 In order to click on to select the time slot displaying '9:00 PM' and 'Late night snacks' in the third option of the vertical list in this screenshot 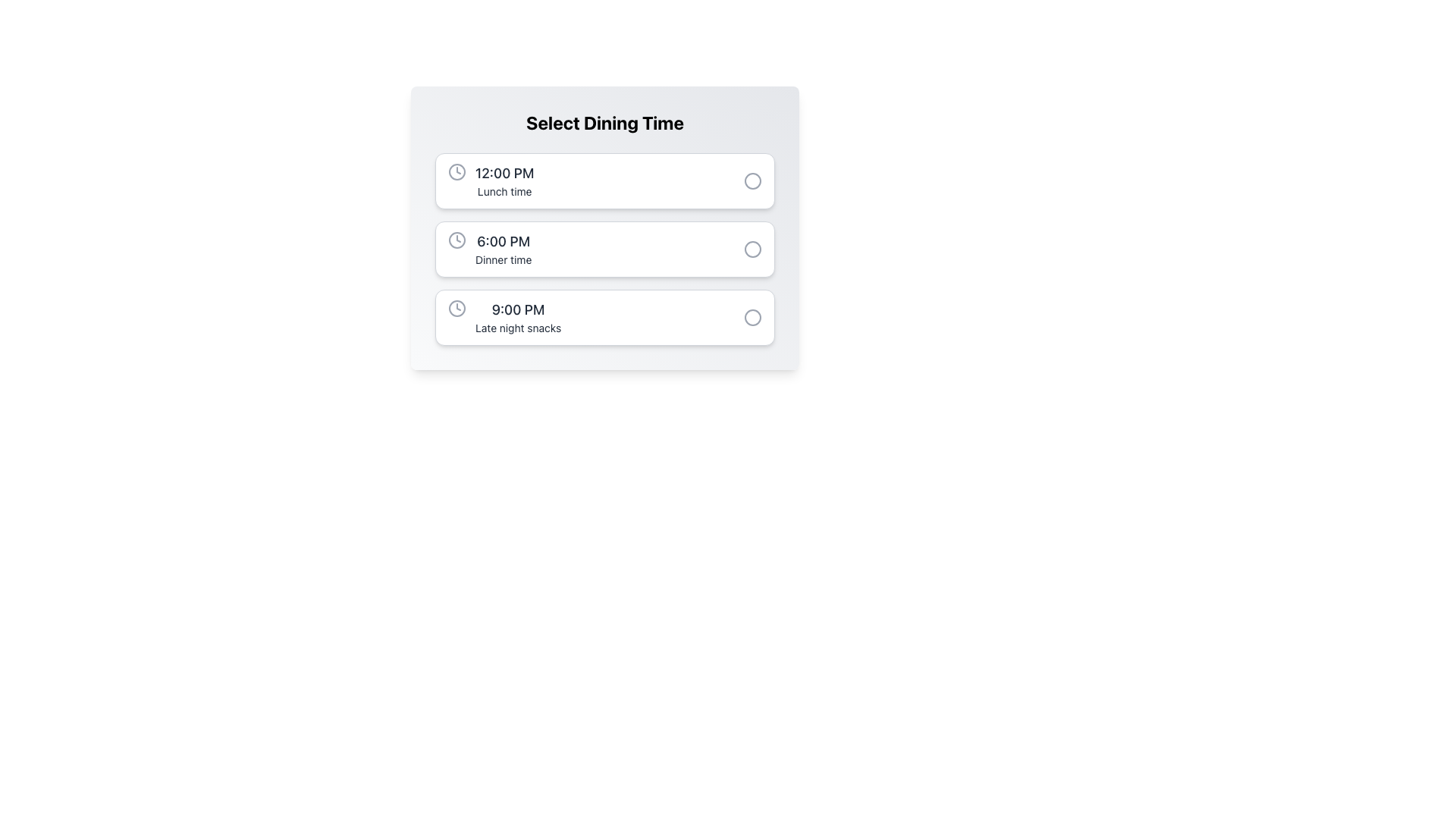, I will do `click(518, 317)`.